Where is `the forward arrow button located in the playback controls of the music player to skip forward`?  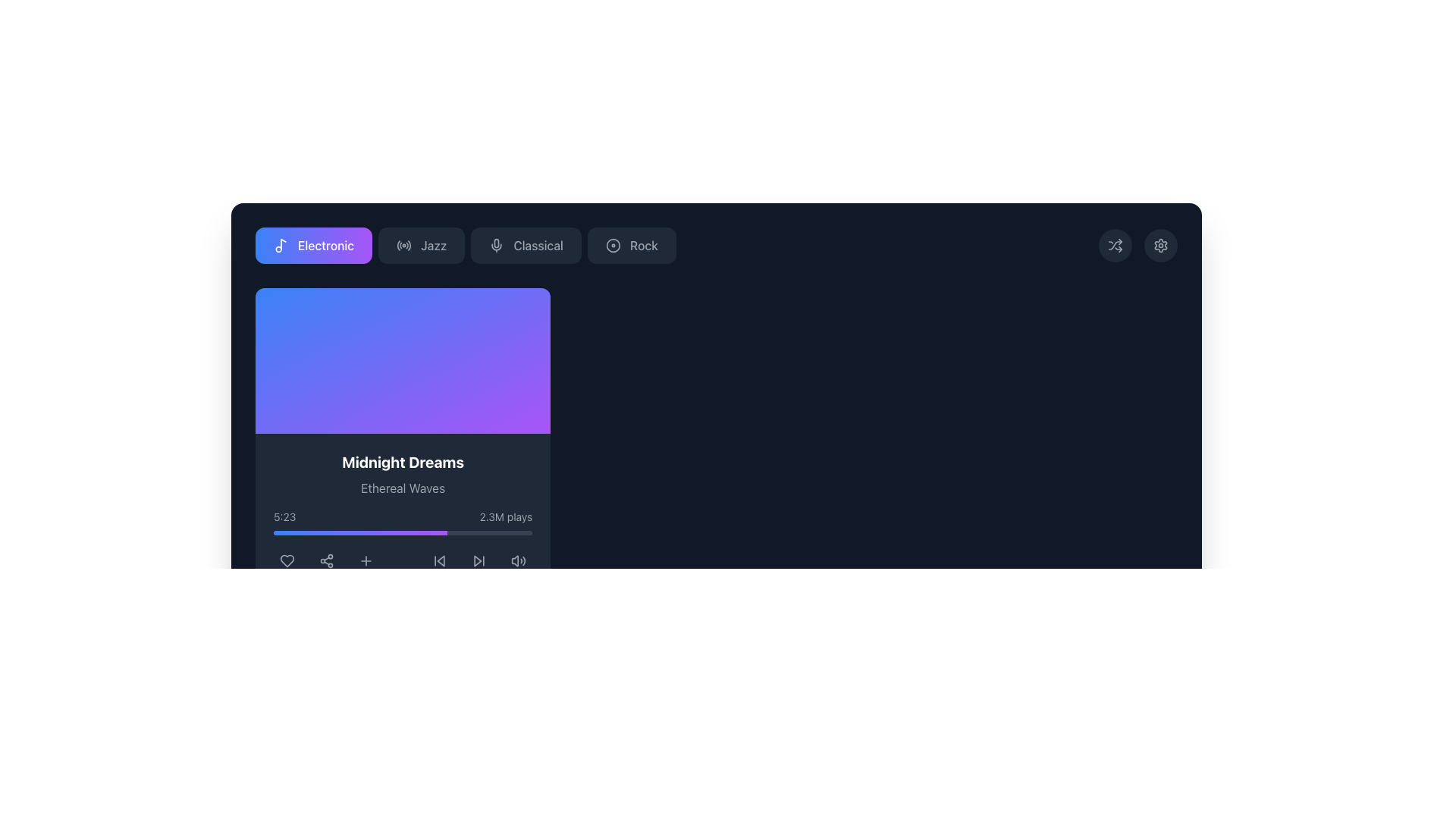 the forward arrow button located in the playback controls of the music player to skip forward is located at coordinates (479, 561).